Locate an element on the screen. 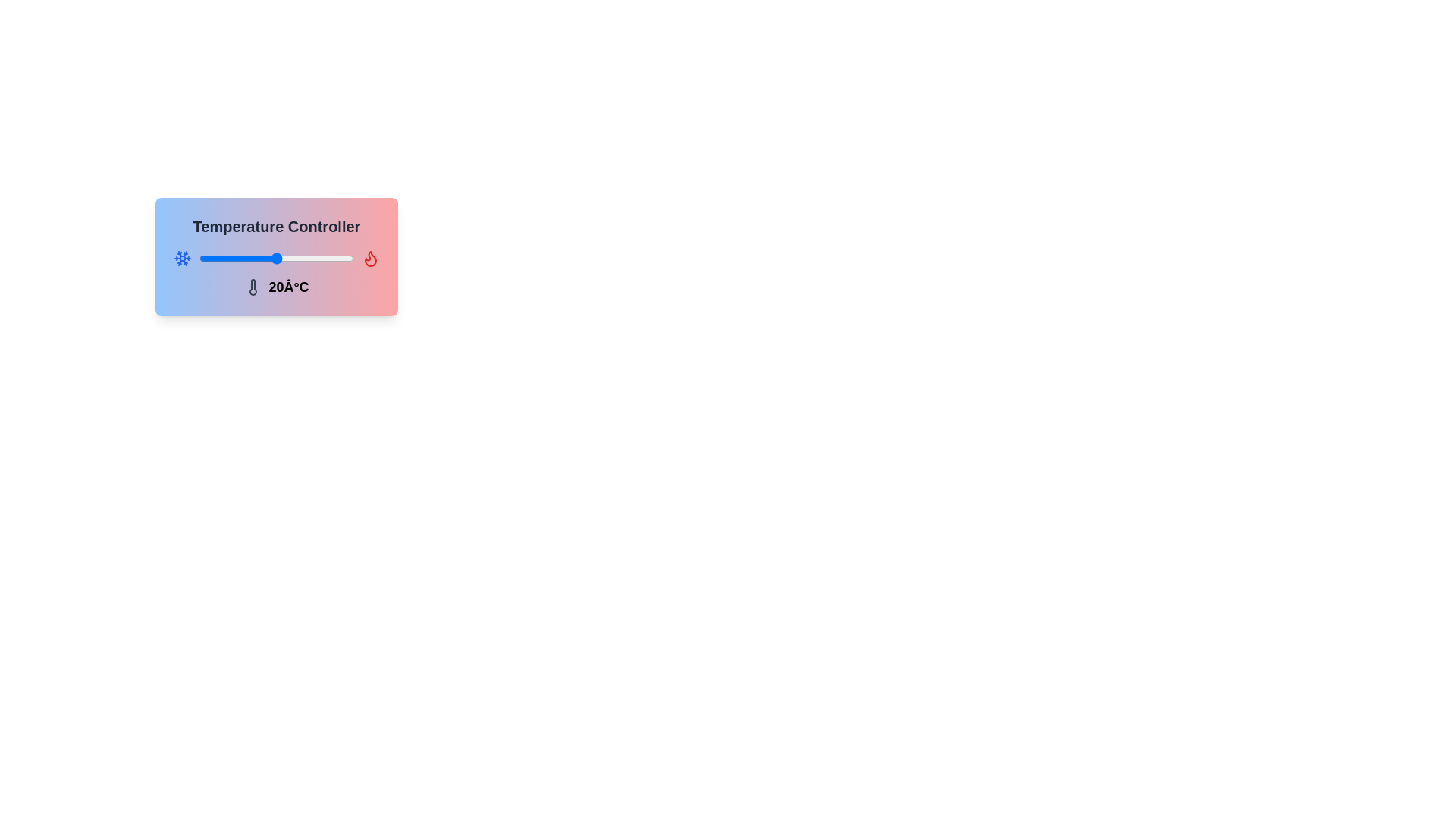 This screenshot has height=819, width=1456. the temperature slider to set the temperature to 46°C is located at coordinates (343, 257).